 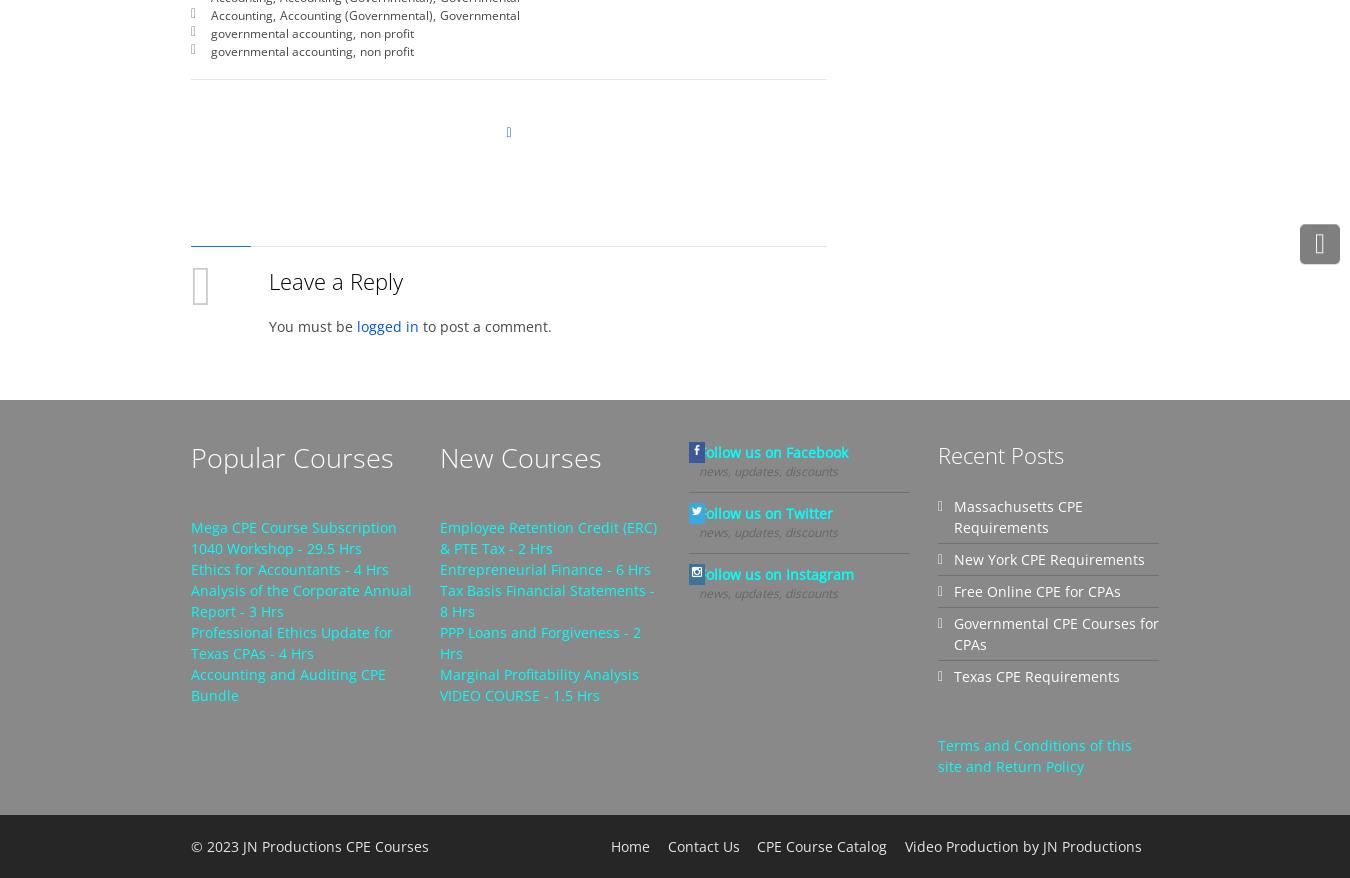 What do you see at coordinates (308, 845) in the screenshot?
I see `'© 2023 JN Productions CPE Courses'` at bounding box center [308, 845].